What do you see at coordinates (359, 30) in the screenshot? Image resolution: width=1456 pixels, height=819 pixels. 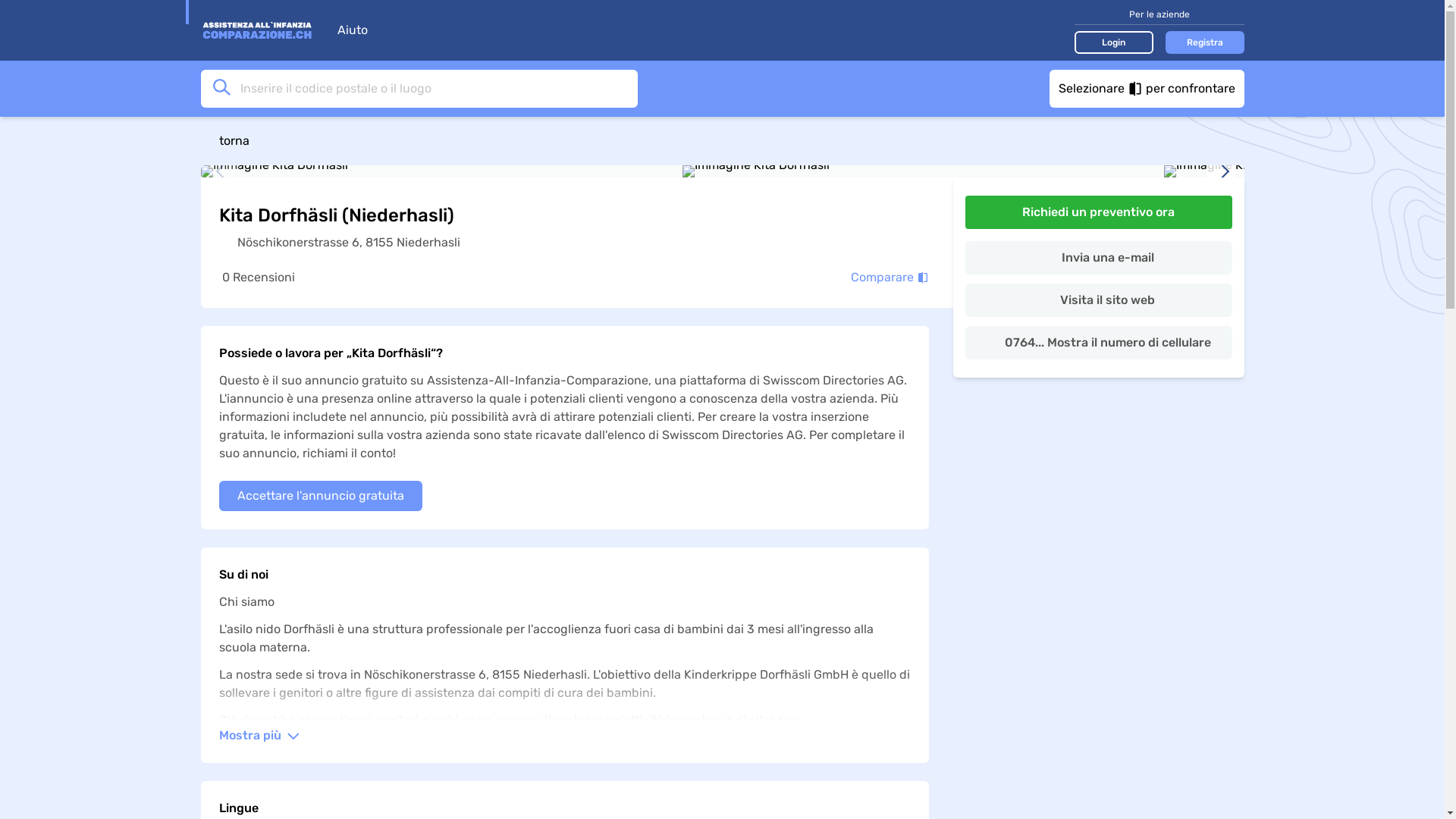 I see `'Aiuto'` at bounding box center [359, 30].